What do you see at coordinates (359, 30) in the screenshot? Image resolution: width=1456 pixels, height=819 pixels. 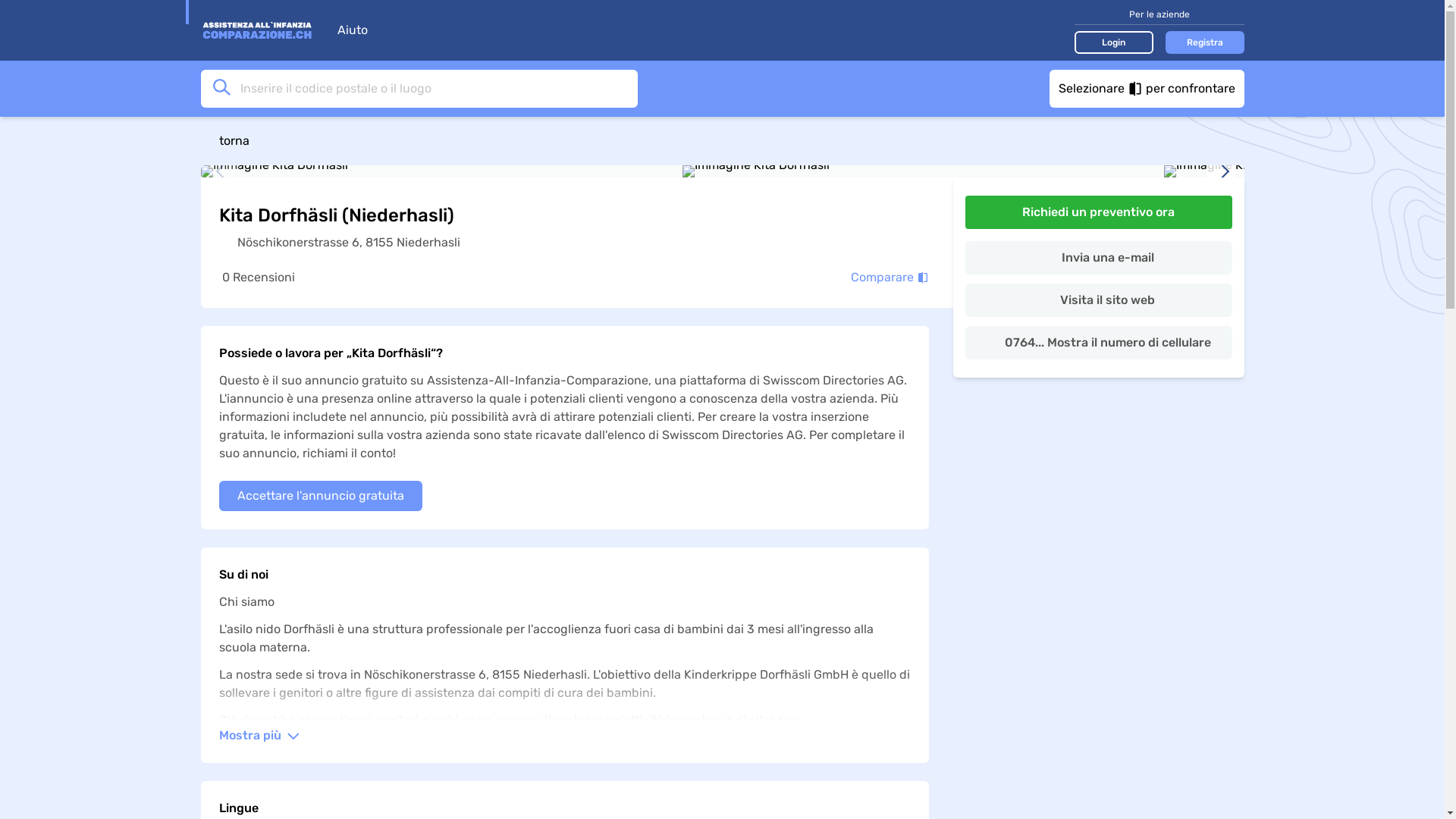 I see `'Aiuto'` at bounding box center [359, 30].